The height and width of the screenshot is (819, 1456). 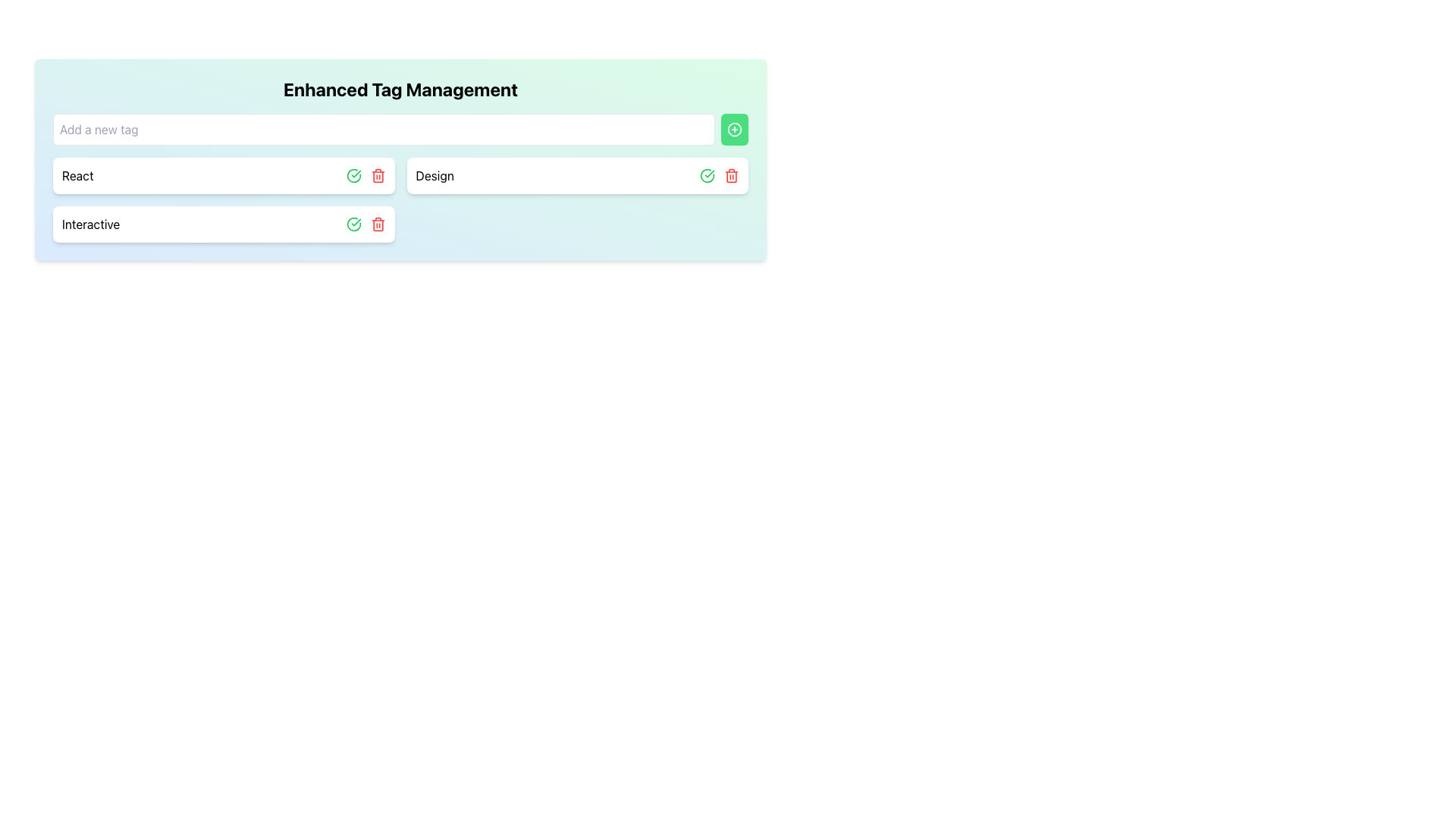 I want to click on the confirmation icon associated with the 'Design' tag, which is the first icon in the group to the left of the red trash bin icon in the second row of the tag management interface, so click(x=706, y=174).